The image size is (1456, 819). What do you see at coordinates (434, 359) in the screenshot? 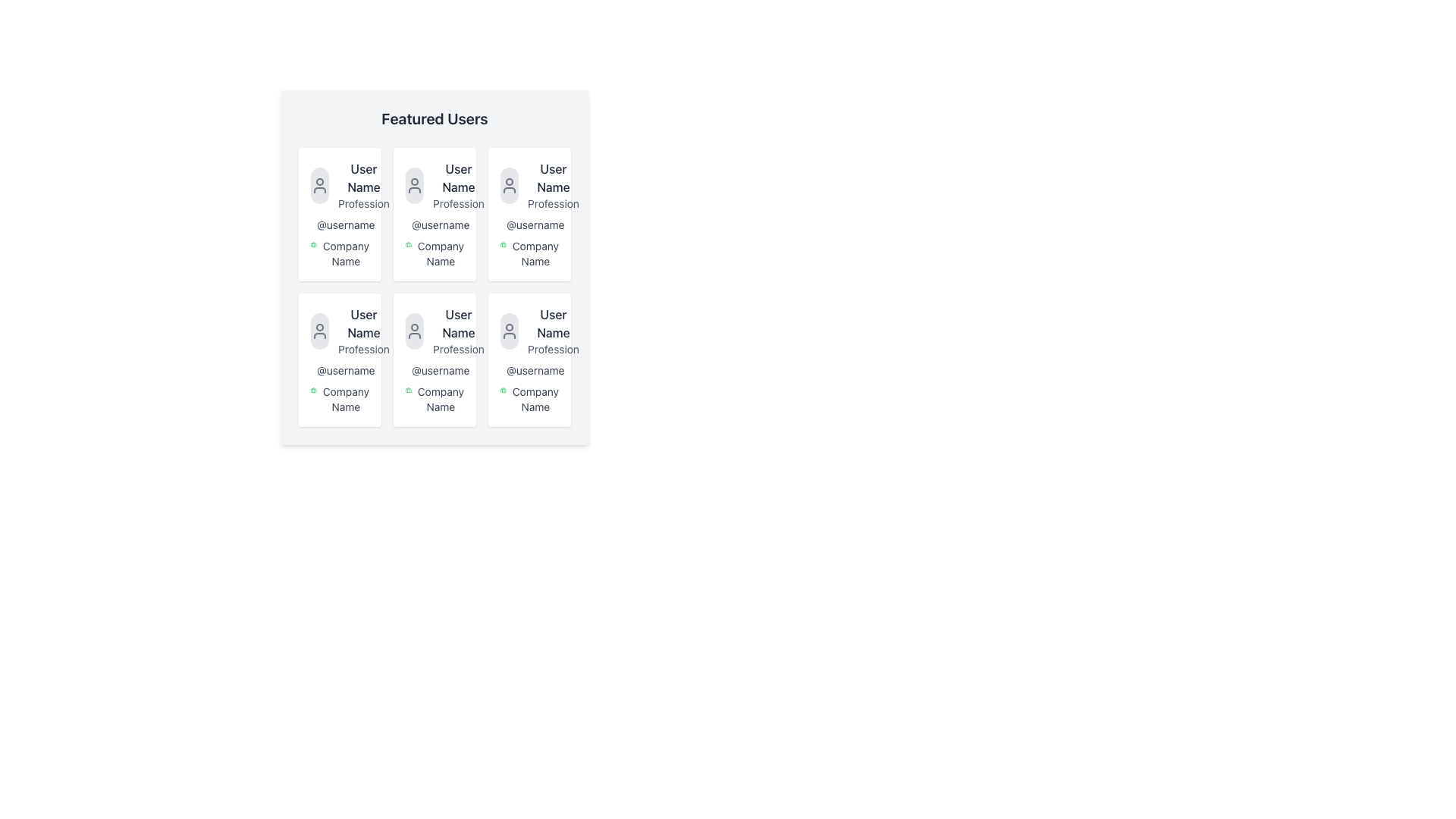
I see `the Profile Card located in the middle of the bottom row of the grid layout, distinguished by its rounded corners and shadow effect, which contains user profile information` at bounding box center [434, 359].